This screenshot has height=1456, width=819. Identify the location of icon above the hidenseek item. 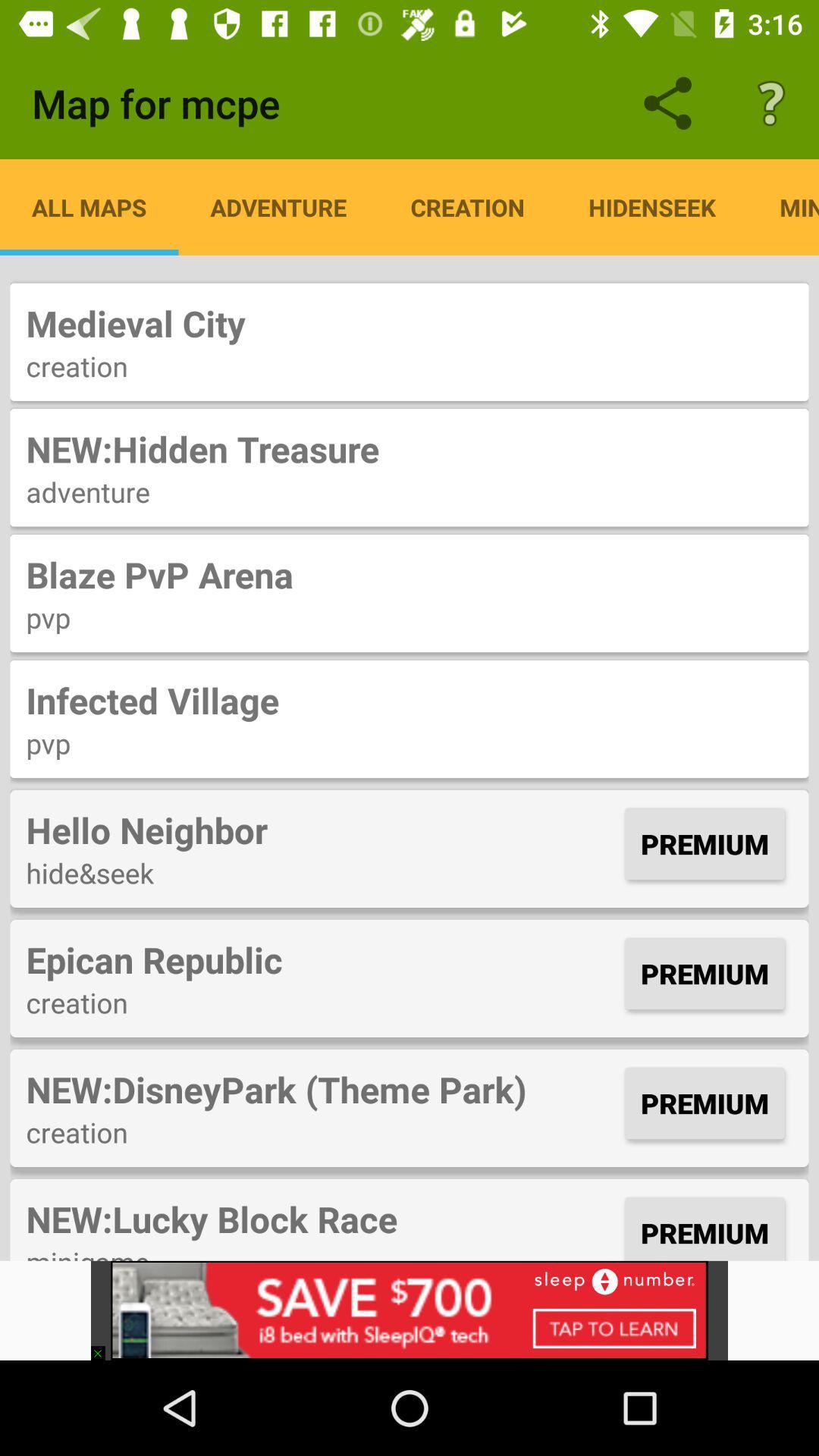
(771, 102).